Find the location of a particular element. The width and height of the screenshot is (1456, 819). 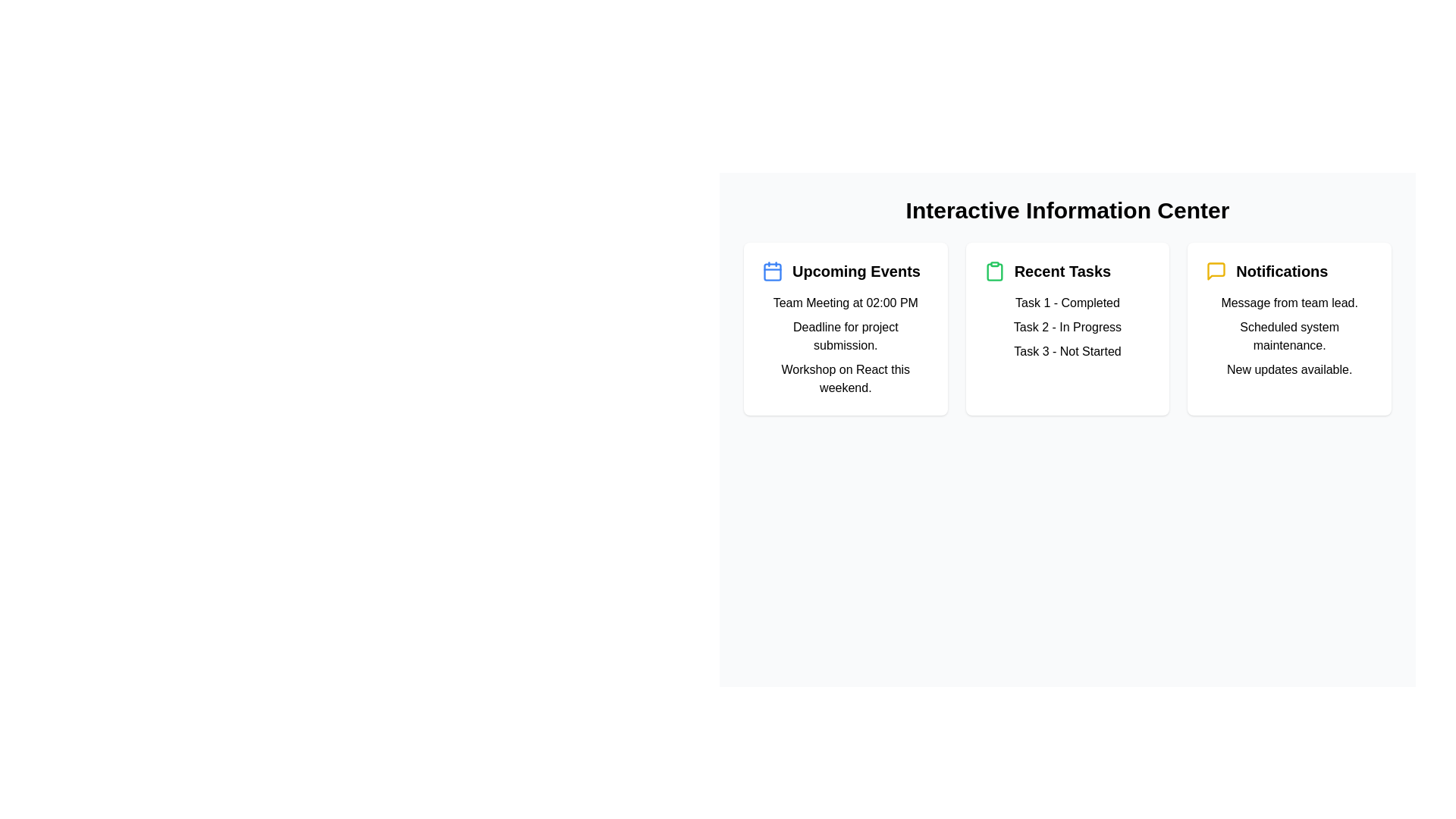

the text block containing 'Team Meeting at 02:00 PM', 'Deadline is located at coordinates (845, 345).